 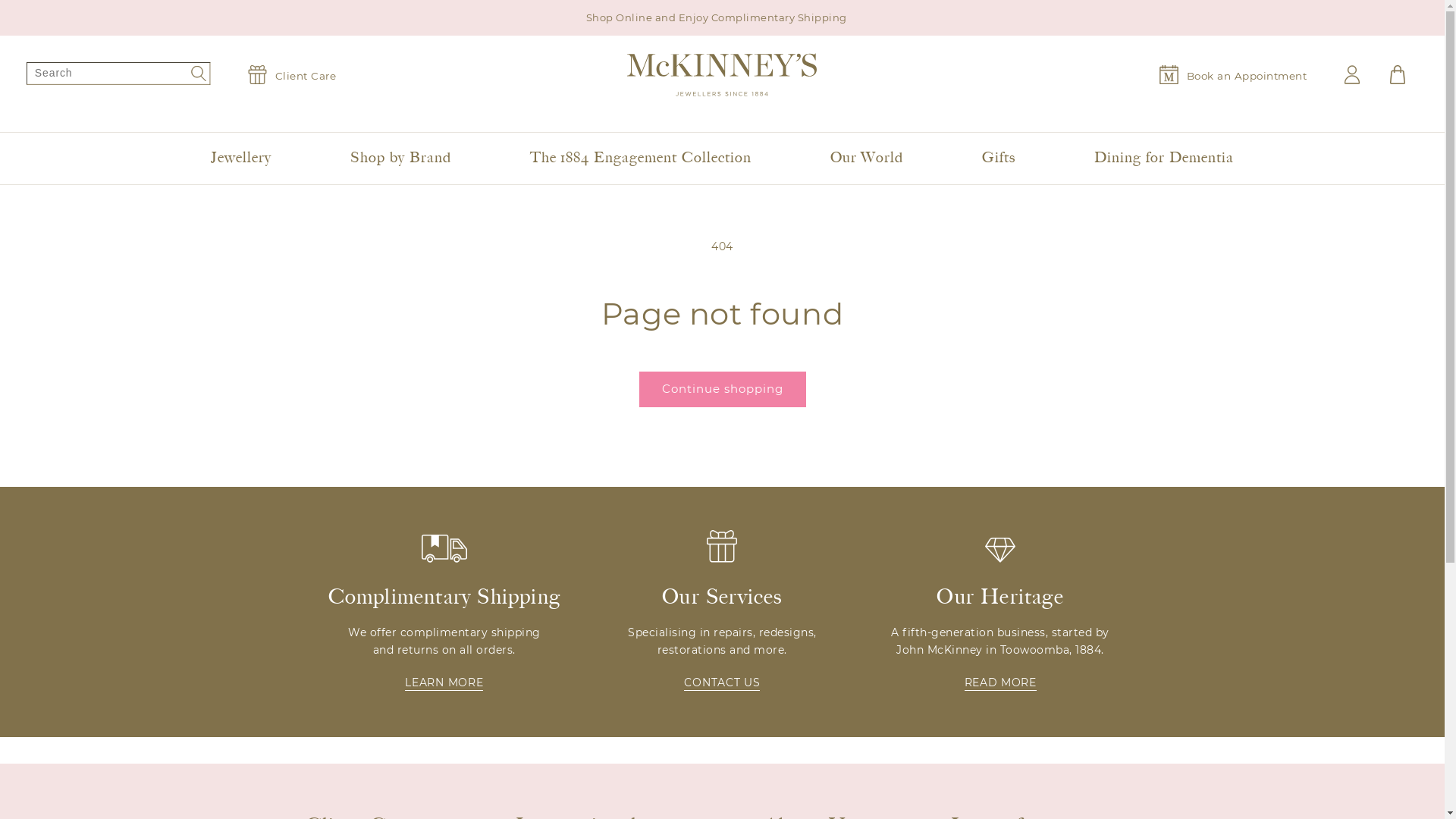 I want to click on 'READ MORE', so click(x=1000, y=683).